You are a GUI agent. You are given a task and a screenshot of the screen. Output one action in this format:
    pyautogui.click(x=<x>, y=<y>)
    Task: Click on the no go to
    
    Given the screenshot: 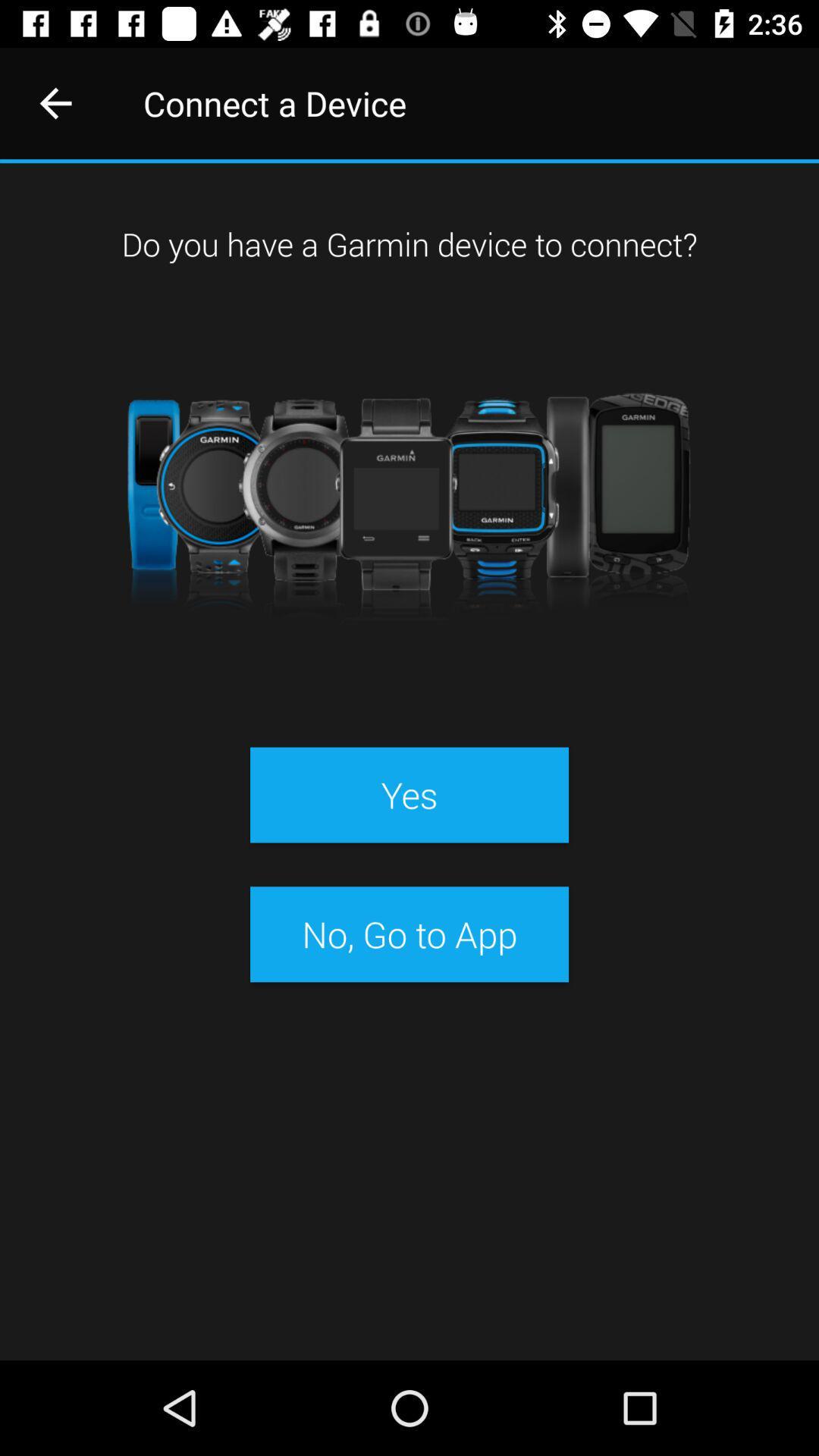 What is the action you would take?
    pyautogui.click(x=409, y=934)
    